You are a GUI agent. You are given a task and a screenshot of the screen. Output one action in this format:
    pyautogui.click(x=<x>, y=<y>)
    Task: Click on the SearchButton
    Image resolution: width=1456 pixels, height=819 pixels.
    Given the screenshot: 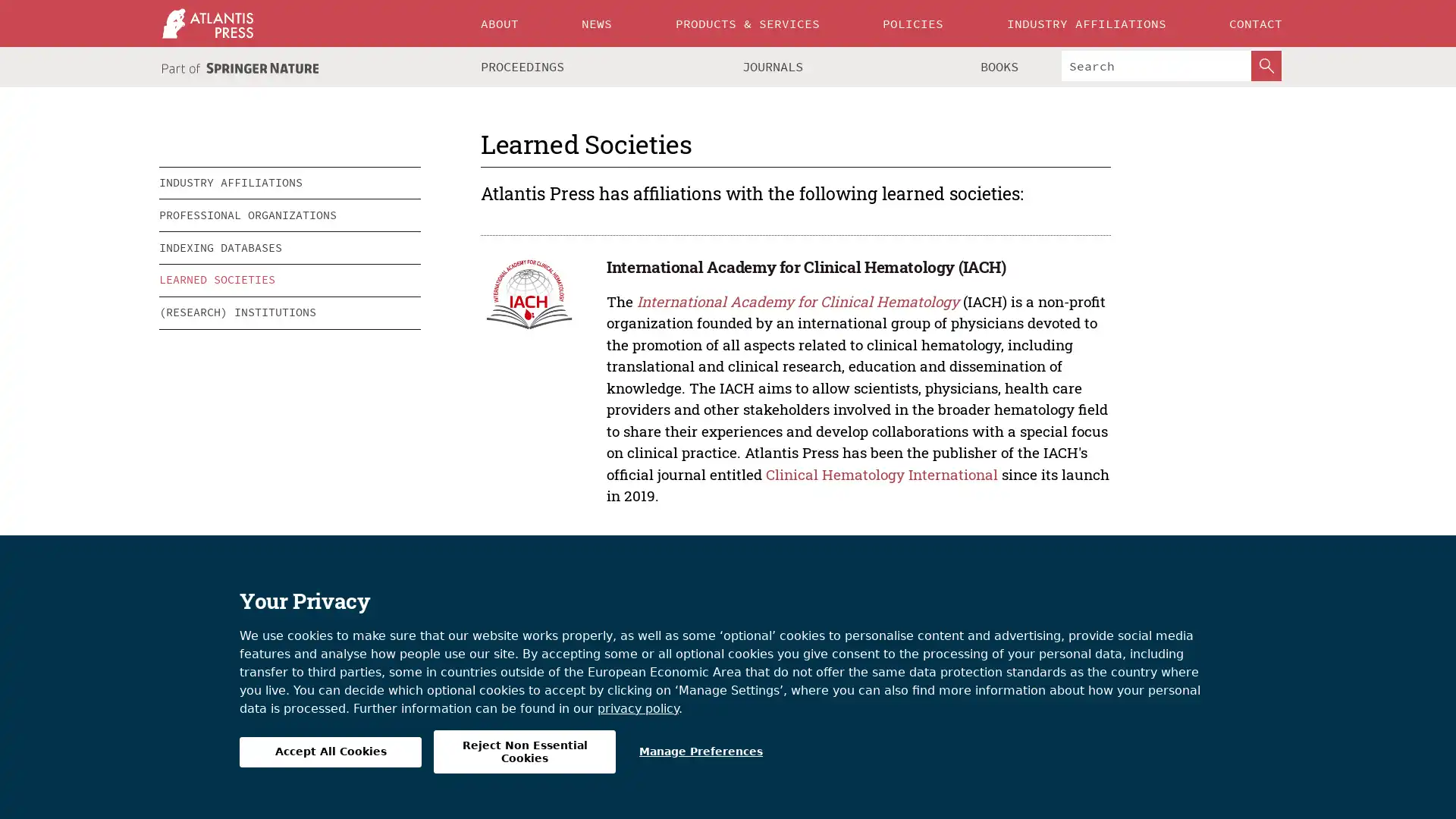 What is the action you would take?
    pyautogui.click(x=1266, y=65)
    